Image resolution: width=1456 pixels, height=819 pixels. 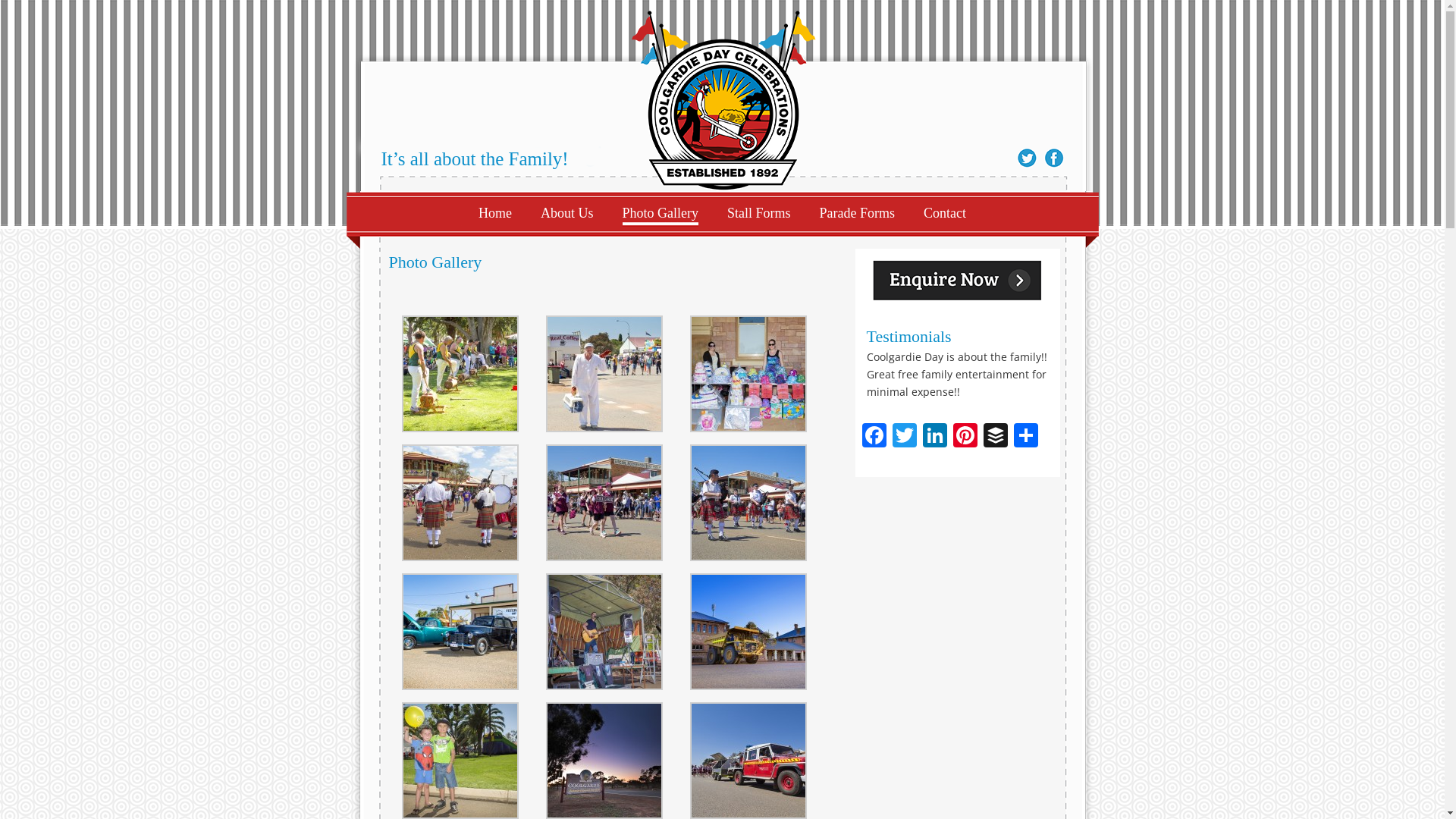 I want to click on 'Parade Forms', so click(x=857, y=213).